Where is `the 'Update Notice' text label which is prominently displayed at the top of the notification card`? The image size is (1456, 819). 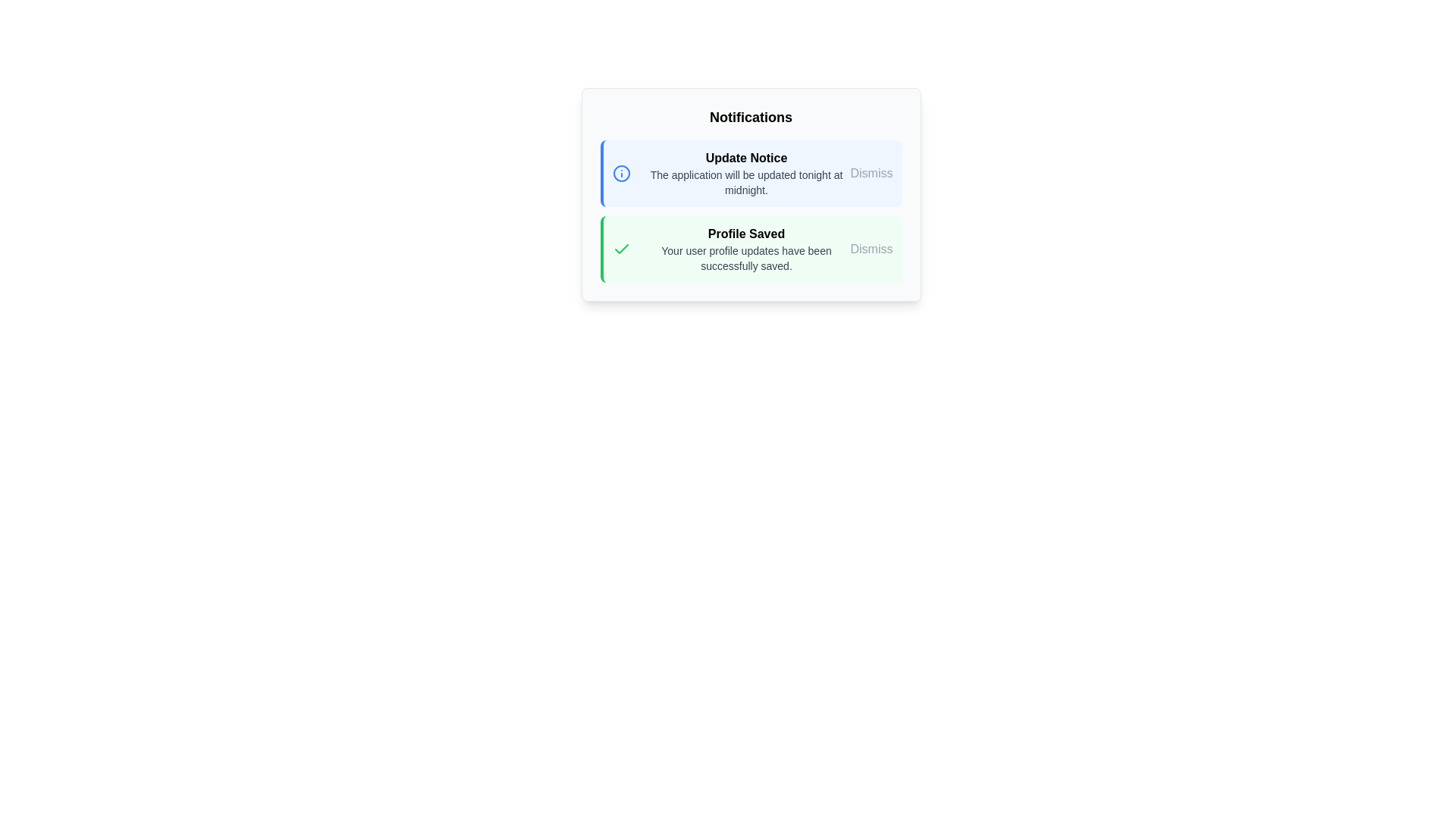 the 'Update Notice' text label which is prominently displayed at the top of the notification card is located at coordinates (746, 158).